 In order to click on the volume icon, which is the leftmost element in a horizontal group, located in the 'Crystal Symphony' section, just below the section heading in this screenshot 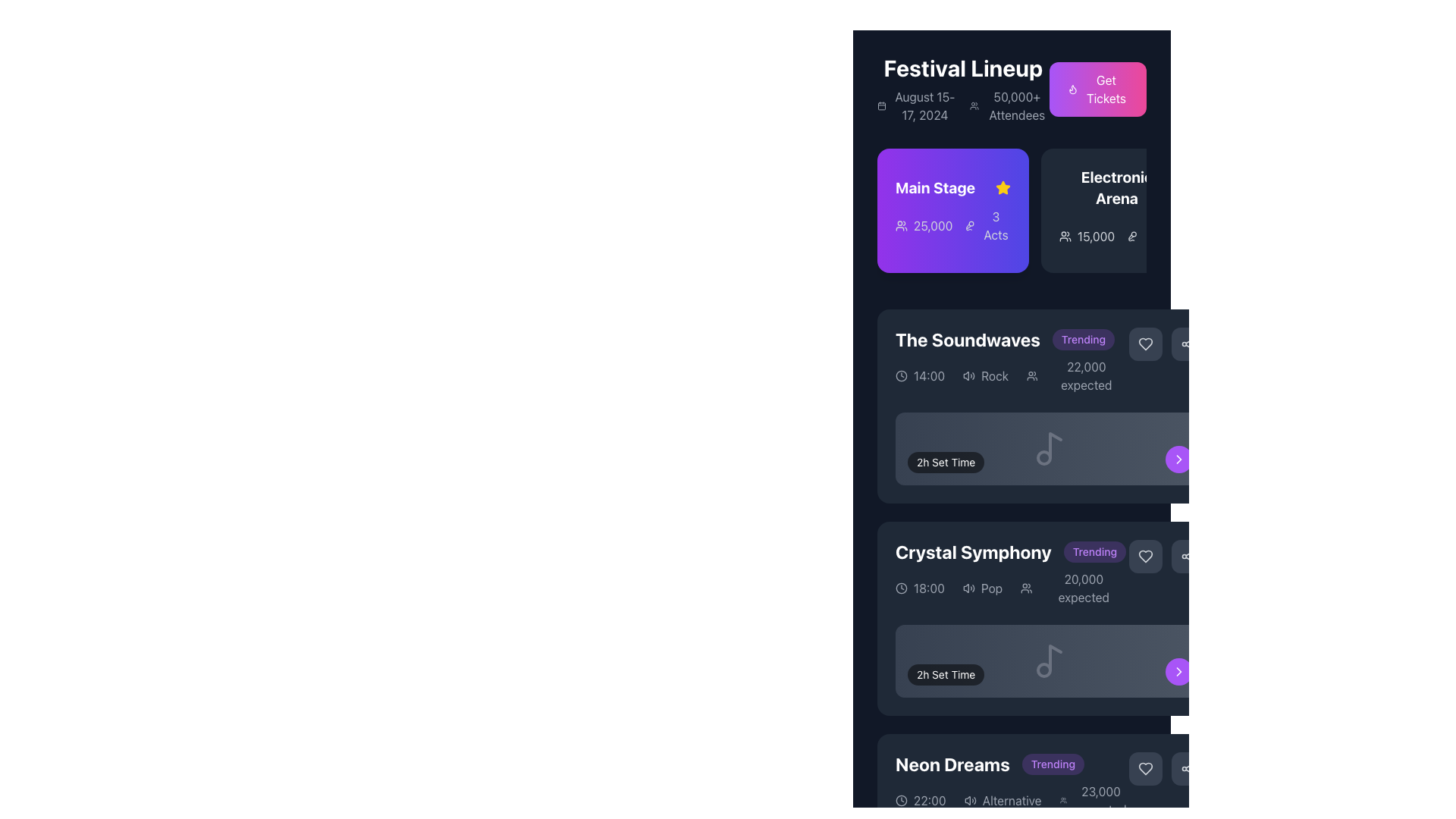, I will do `click(968, 587)`.